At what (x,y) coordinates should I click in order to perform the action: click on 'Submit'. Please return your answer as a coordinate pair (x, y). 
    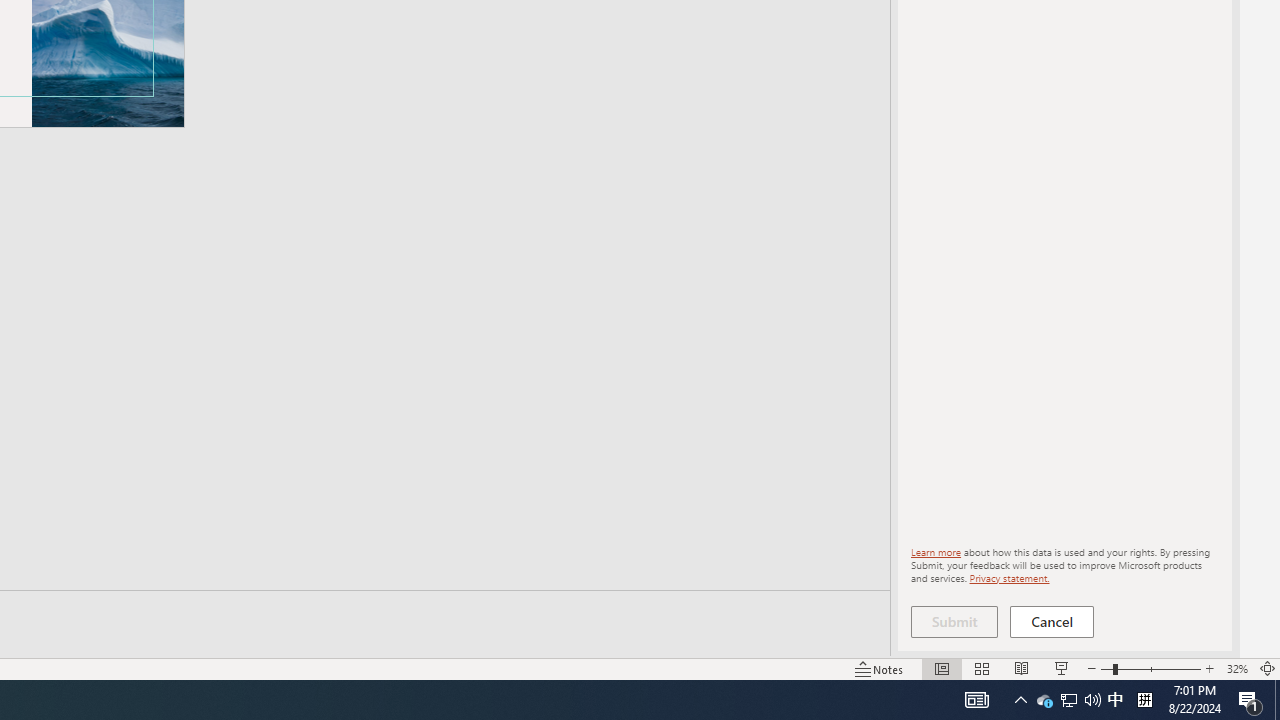
    Looking at the image, I should click on (953, 621).